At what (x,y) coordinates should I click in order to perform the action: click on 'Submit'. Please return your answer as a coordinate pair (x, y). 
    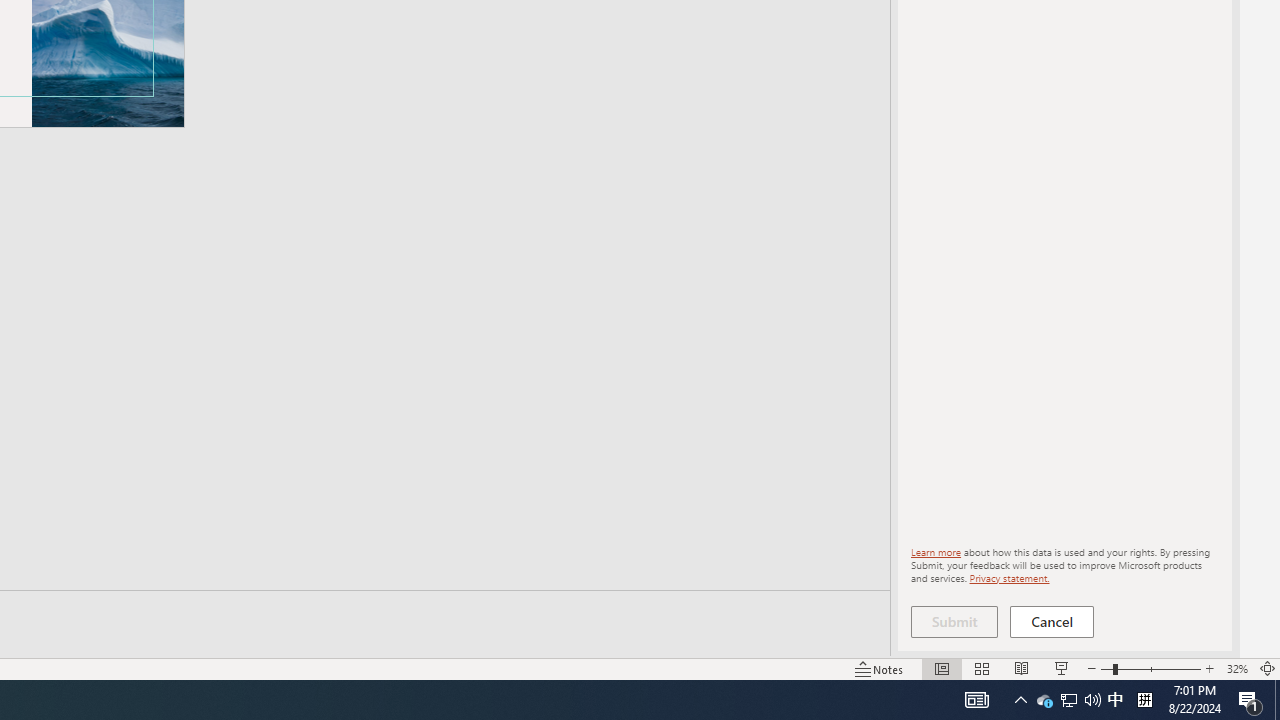
    Looking at the image, I should click on (953, 621).